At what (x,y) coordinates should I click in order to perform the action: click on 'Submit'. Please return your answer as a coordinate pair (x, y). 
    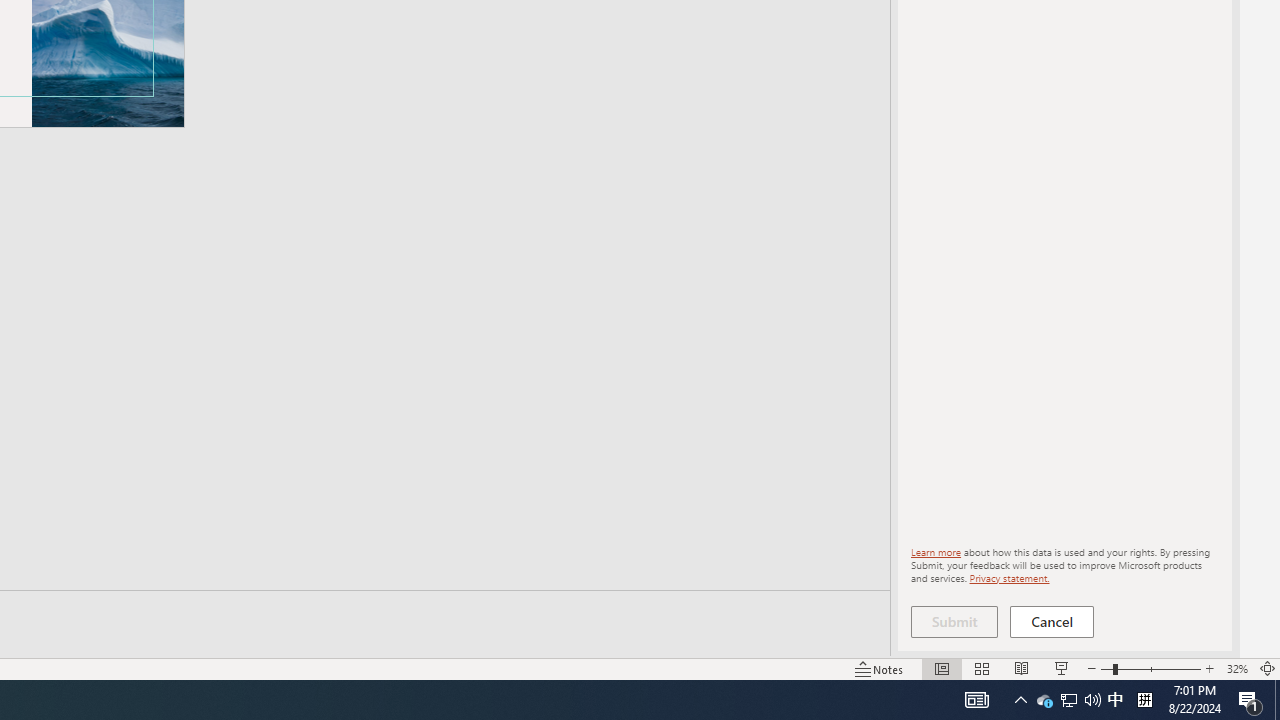
    Looking at the image, I should click on (953, 621).